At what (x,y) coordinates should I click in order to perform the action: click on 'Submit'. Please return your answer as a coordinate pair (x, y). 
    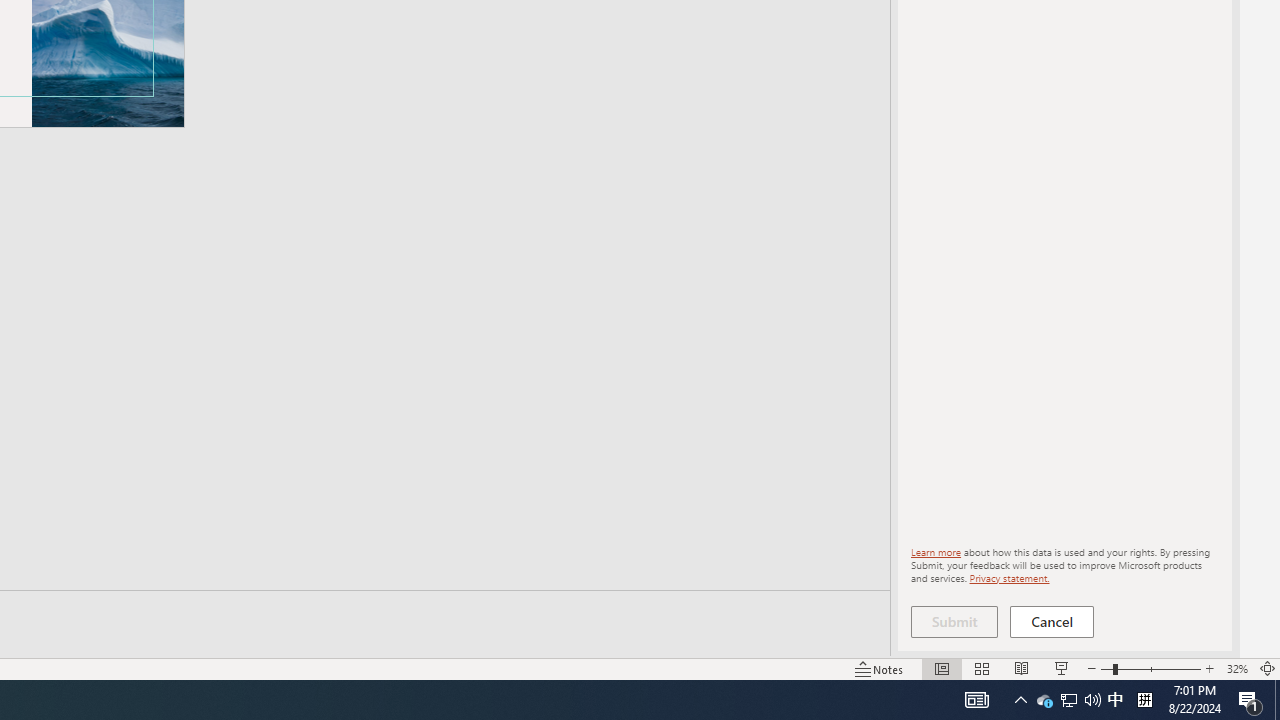
    Looking at the image, I should click on (953, 621).